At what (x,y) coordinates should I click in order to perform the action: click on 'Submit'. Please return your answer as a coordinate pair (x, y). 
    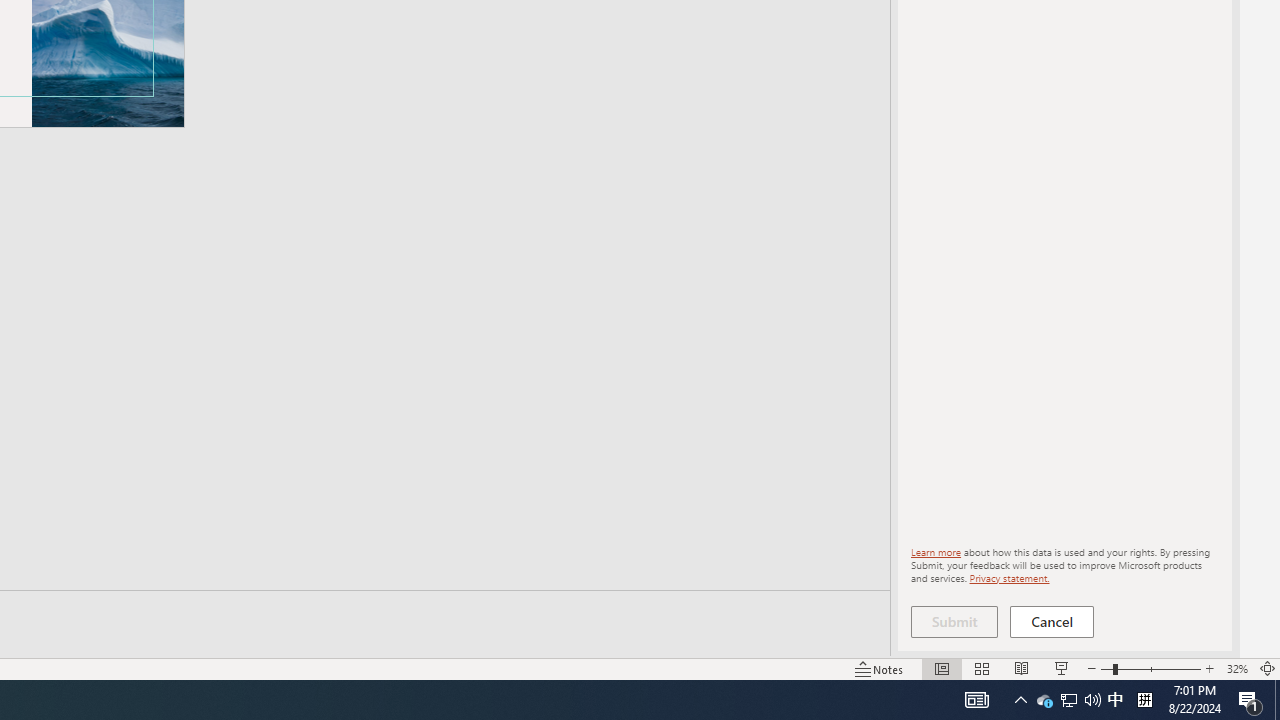
    Looking at the image, I should click on (953, 621).